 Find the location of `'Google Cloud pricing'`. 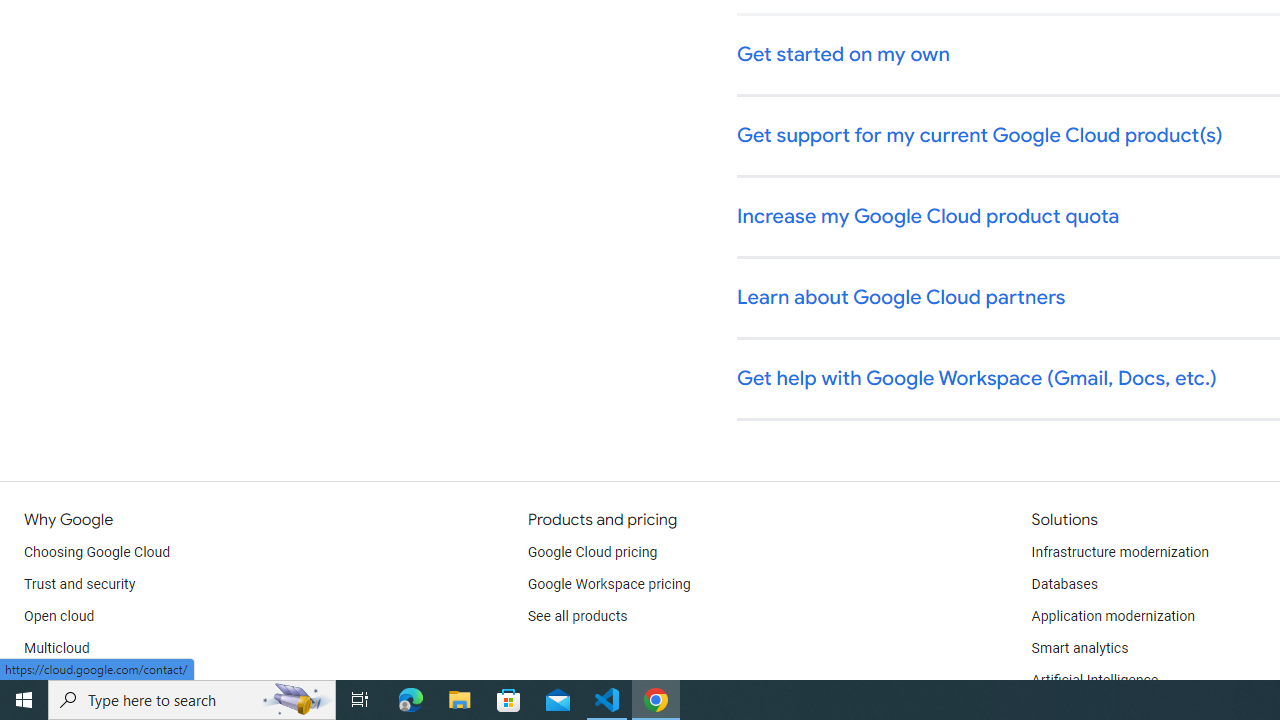

'Google Cloud pricing' is located at coordinates (591, 552).